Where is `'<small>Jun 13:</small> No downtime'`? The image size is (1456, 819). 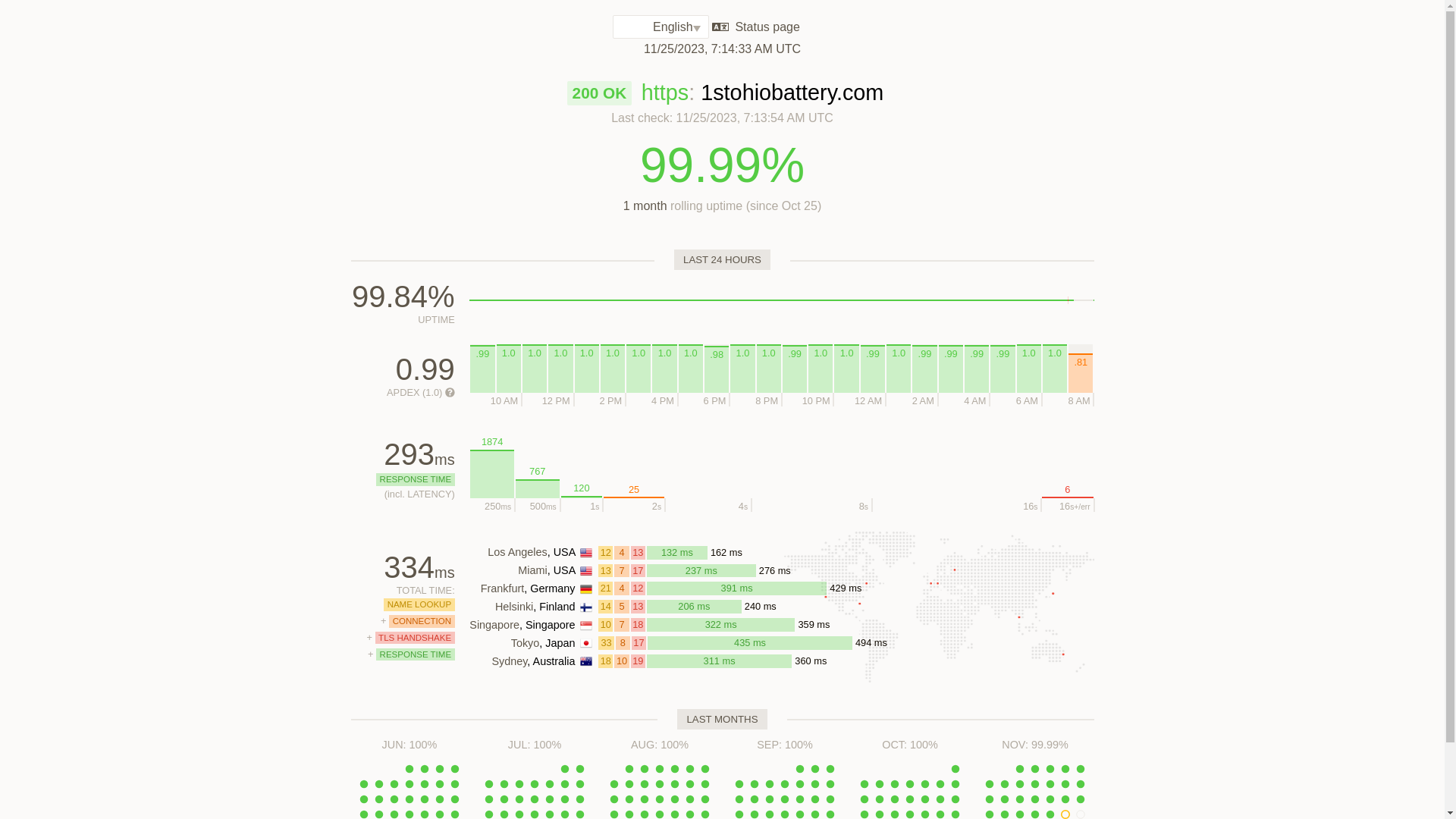
'<small>Jun 13:</small> No downtime' is located at coordinates (378, 798).